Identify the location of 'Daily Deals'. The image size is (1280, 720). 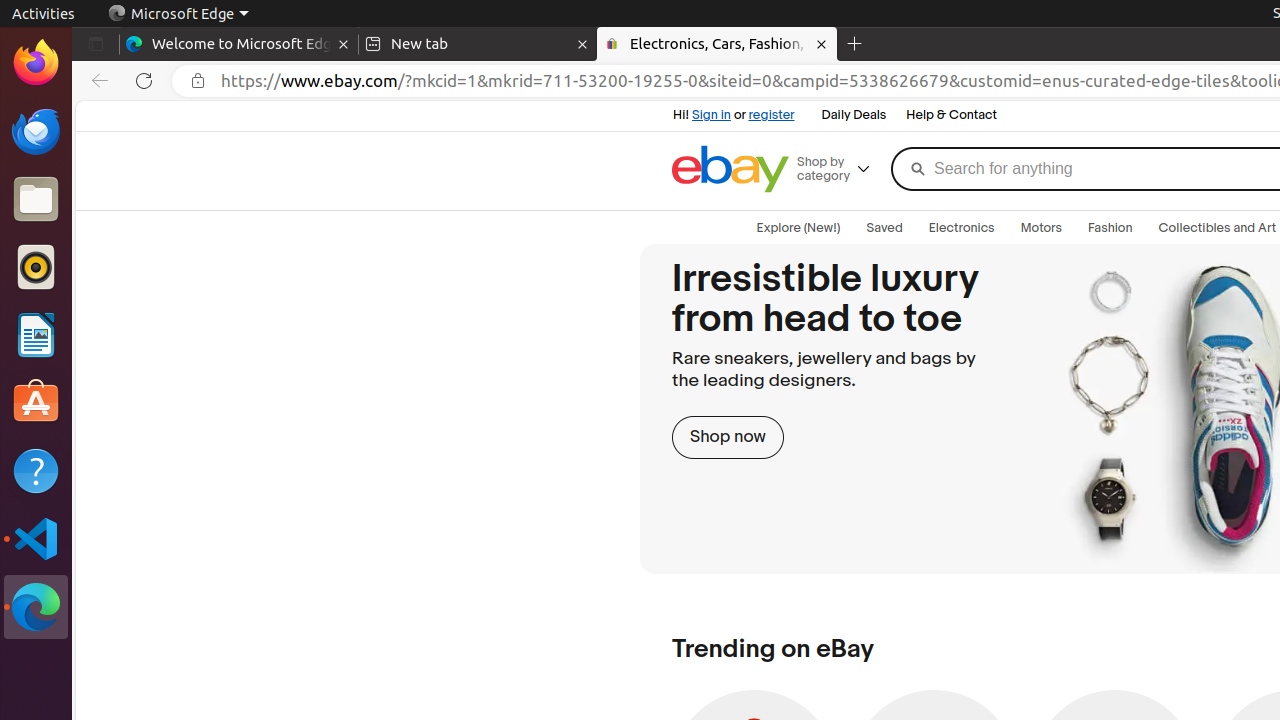
(854, 115).